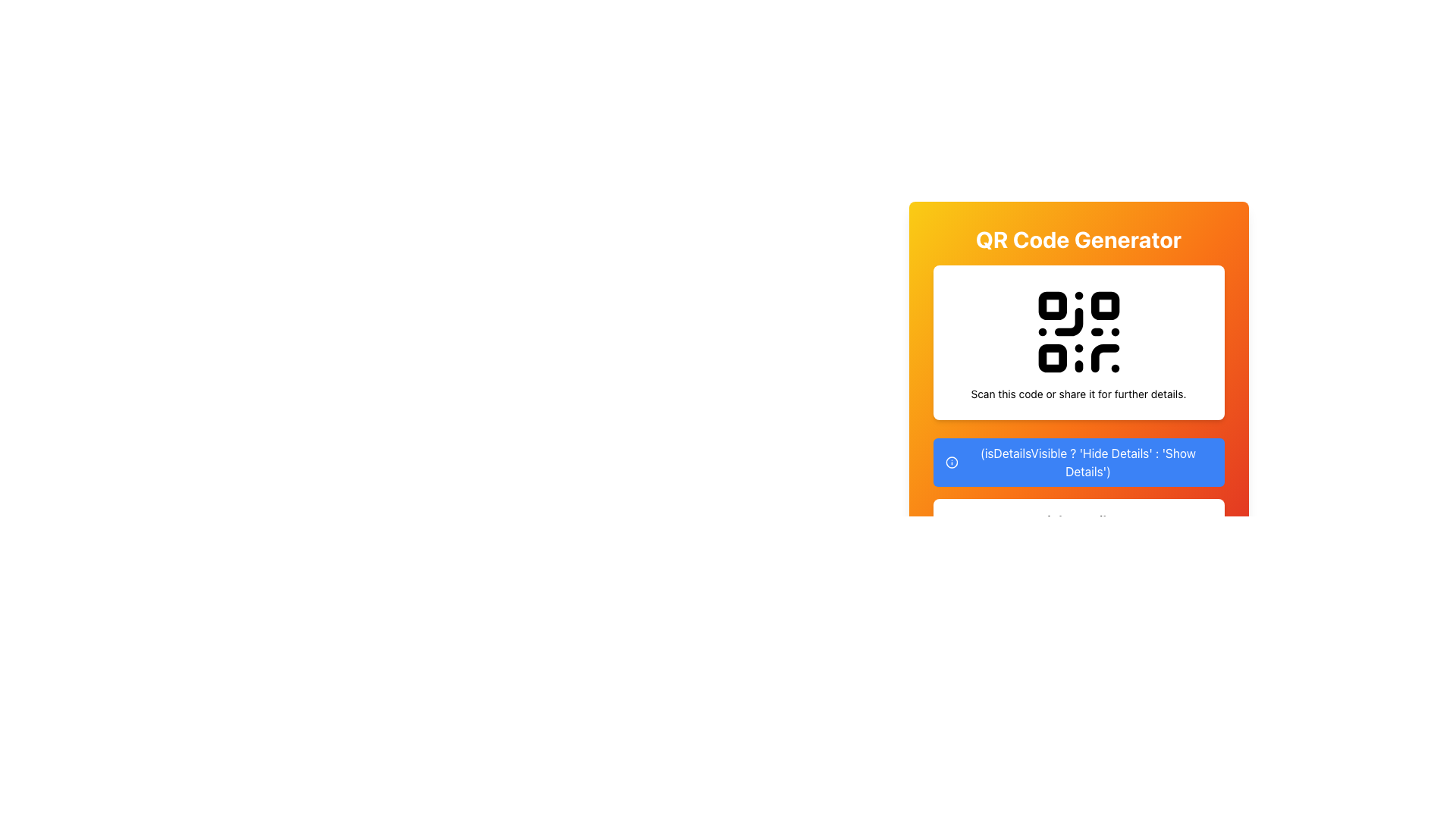 This screenshot has width=1456, height=819. I want to click on the button located in the bottom section of the QR Code Generator interface, so click(1078, 461).